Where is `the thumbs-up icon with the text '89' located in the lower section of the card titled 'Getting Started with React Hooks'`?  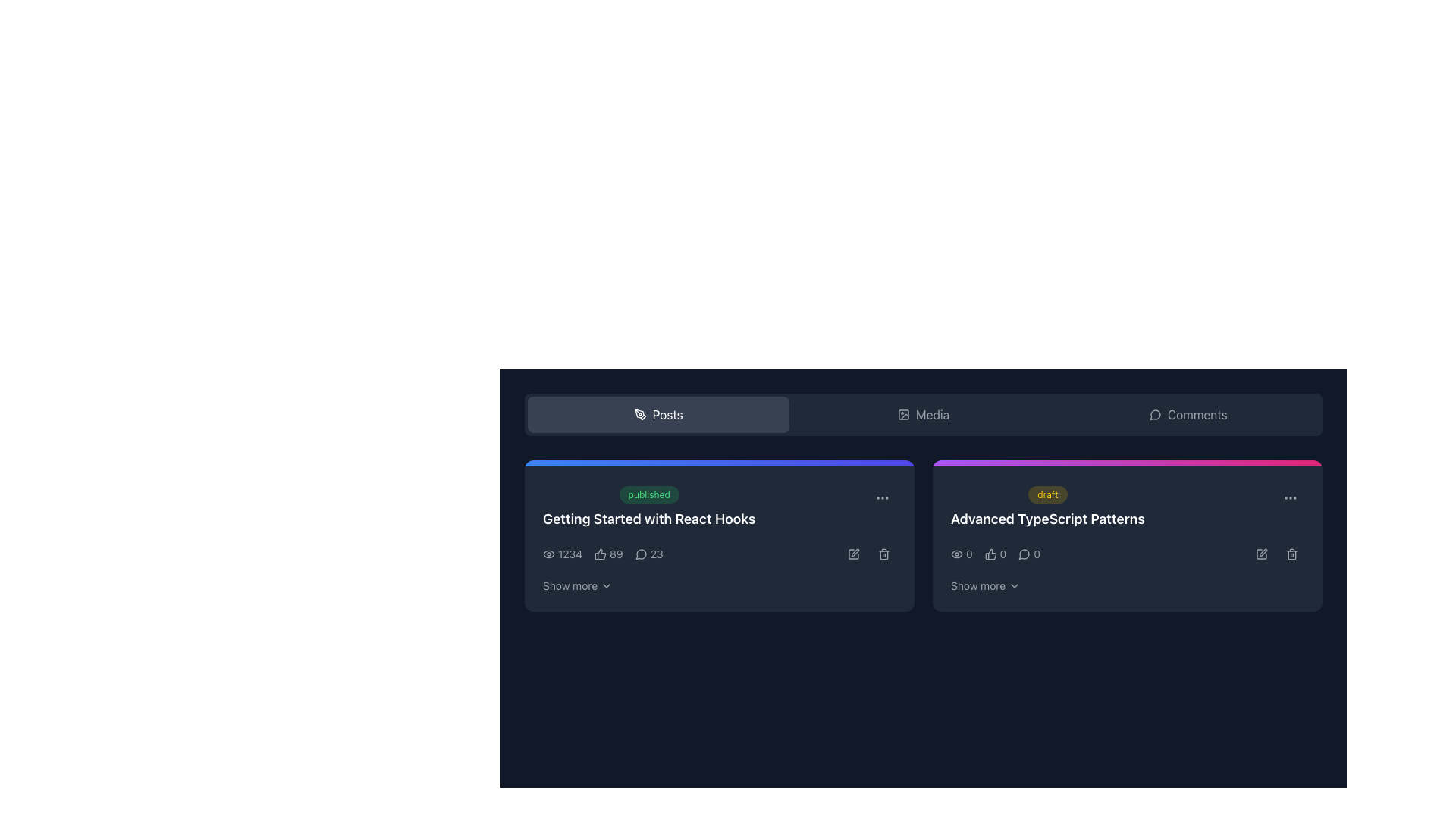 the thumbs-up icon with the text '89' located in the lower section of the card titled 'Getting Started with React Hooks' is located at coordinates (602, 554).